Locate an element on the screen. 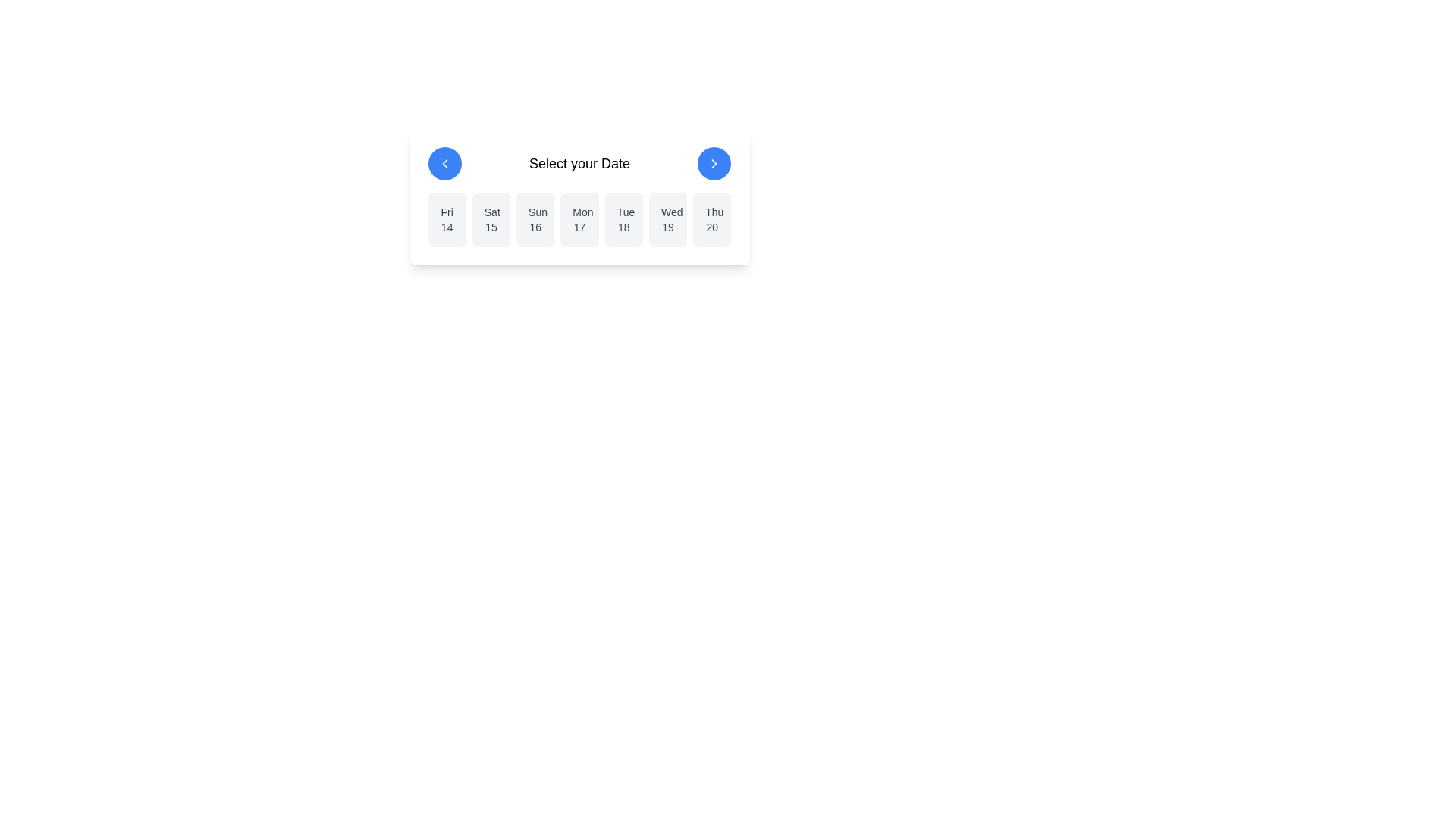  the selectable date button for Tuesday the 18th, which is the fifth button in the grid under 'Select your Date' is located at coordinates (623, 219).